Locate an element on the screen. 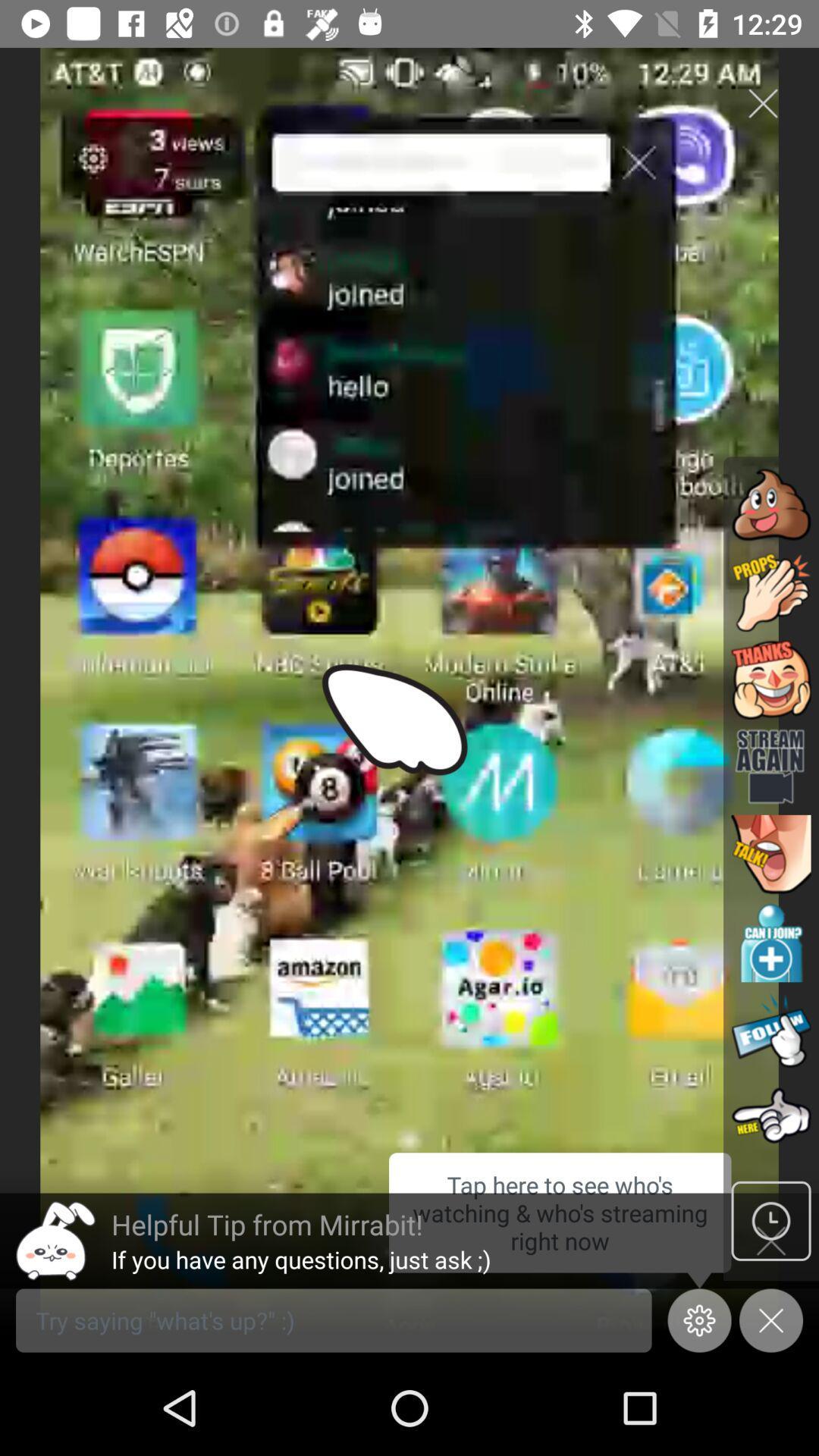 The width and height of the screenshot is (819, 1456). the videocam icon is located at coordinates (771, 767).